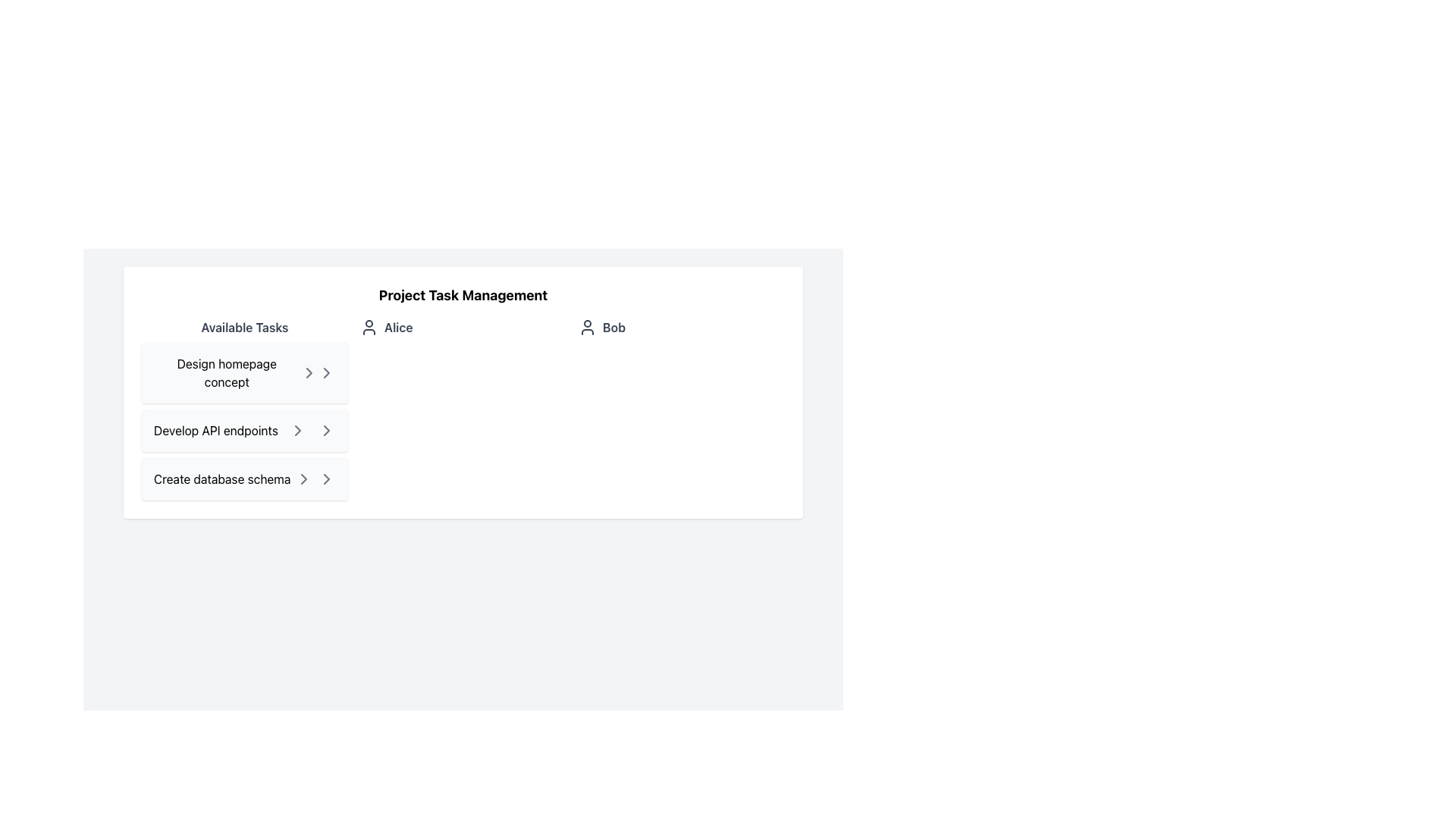  What do you see at coordinates (326, 430) in the screenshot?
I see `the rightward-pointing gray chevron icon located at the end of the 'Develop API endpoints' task row to change its color to green` at bounding box center [326, 430].